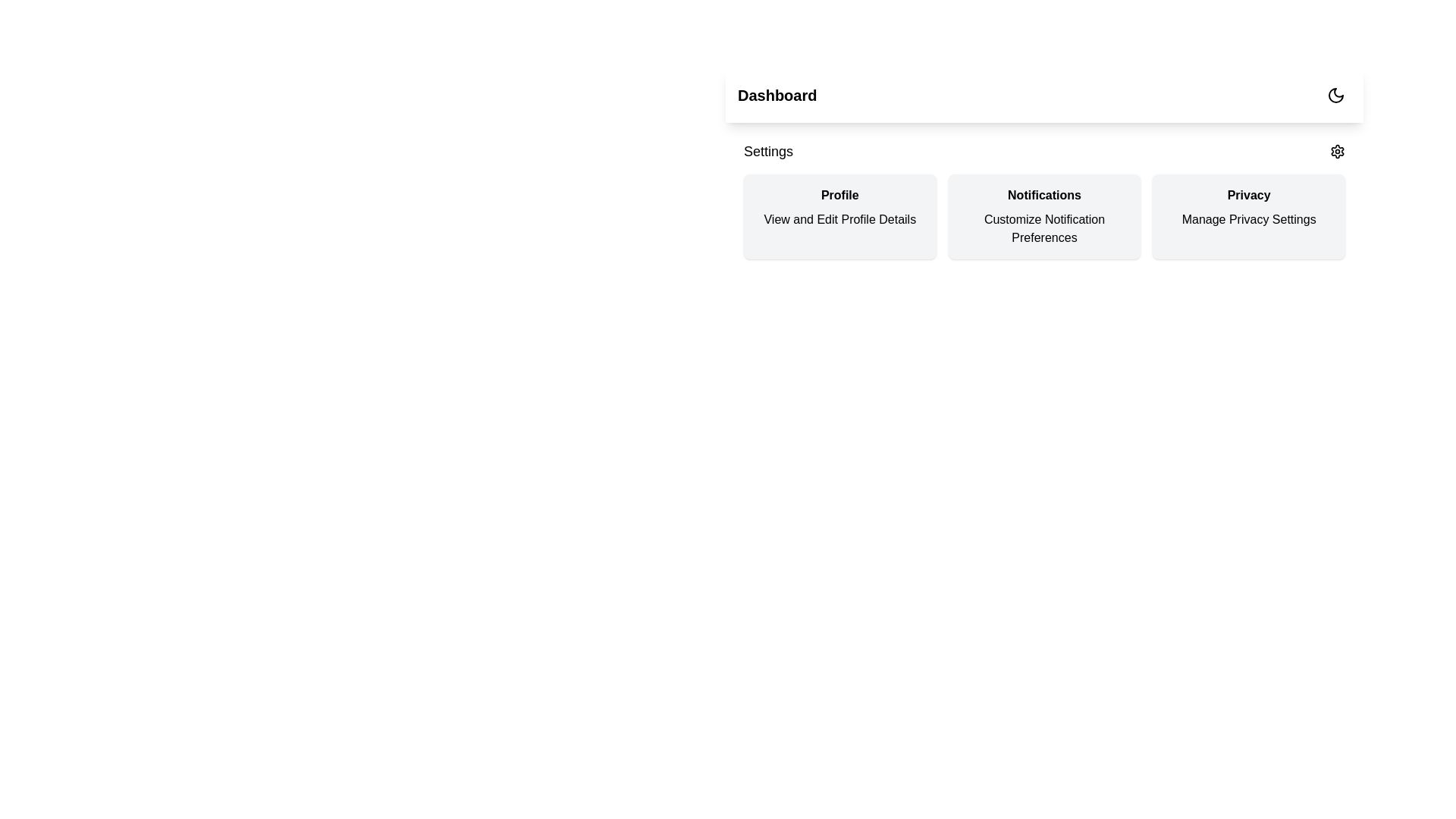  Describe the element at coordinates (1043, 152) in the screenshot. I see `'Settings' title bar section header, which features bold text on the left and a gear icon on the right, located beneath the 'Dashboard' header` at that location.